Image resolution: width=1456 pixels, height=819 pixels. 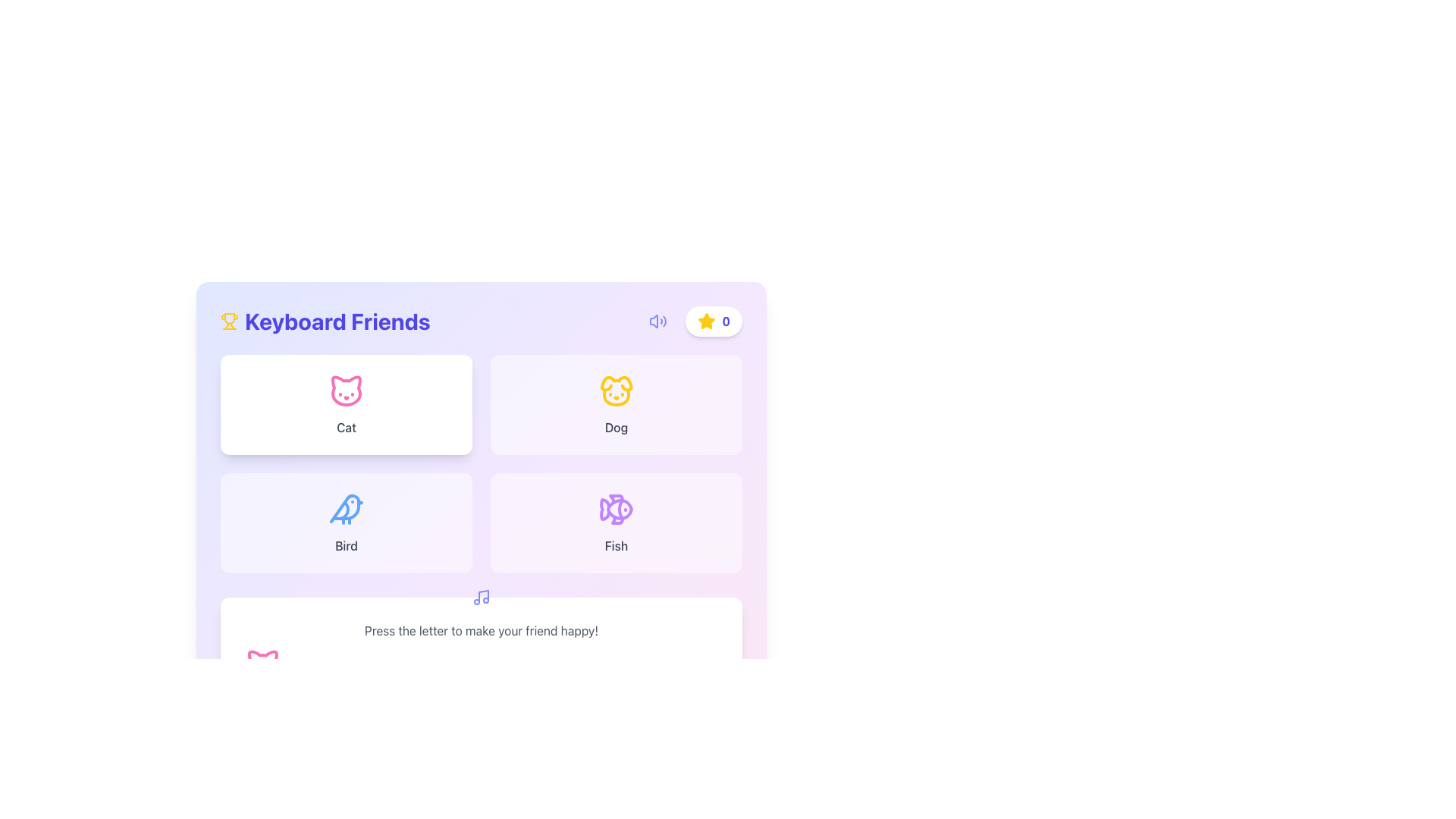 I want to click on the 'Fish' button located in the second row and second column of the 2x2 grid layout, so click(x=616, y=522).